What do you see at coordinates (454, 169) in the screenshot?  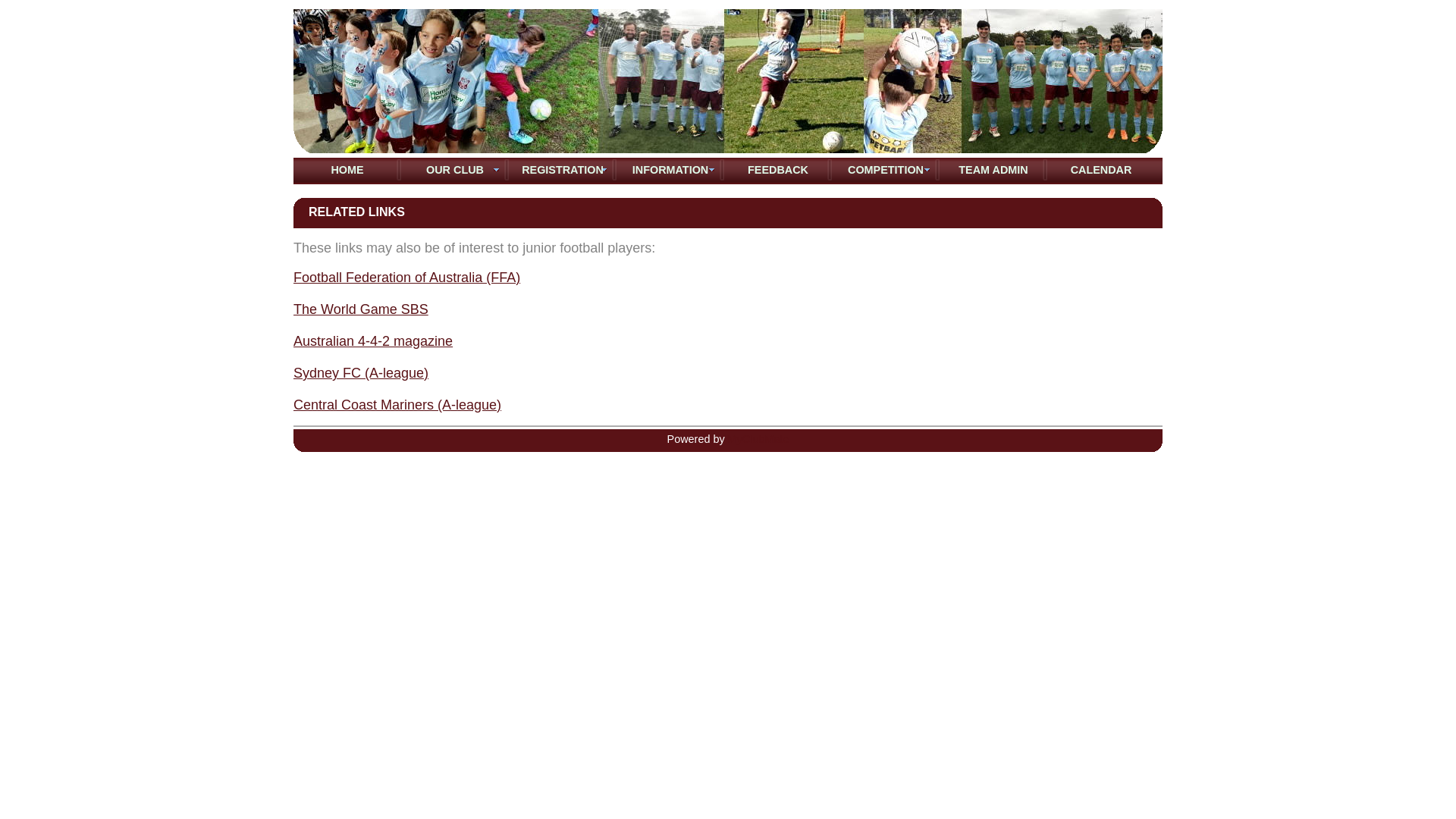 I see `'OUR CLUB'` at bounding box center [454, 169].